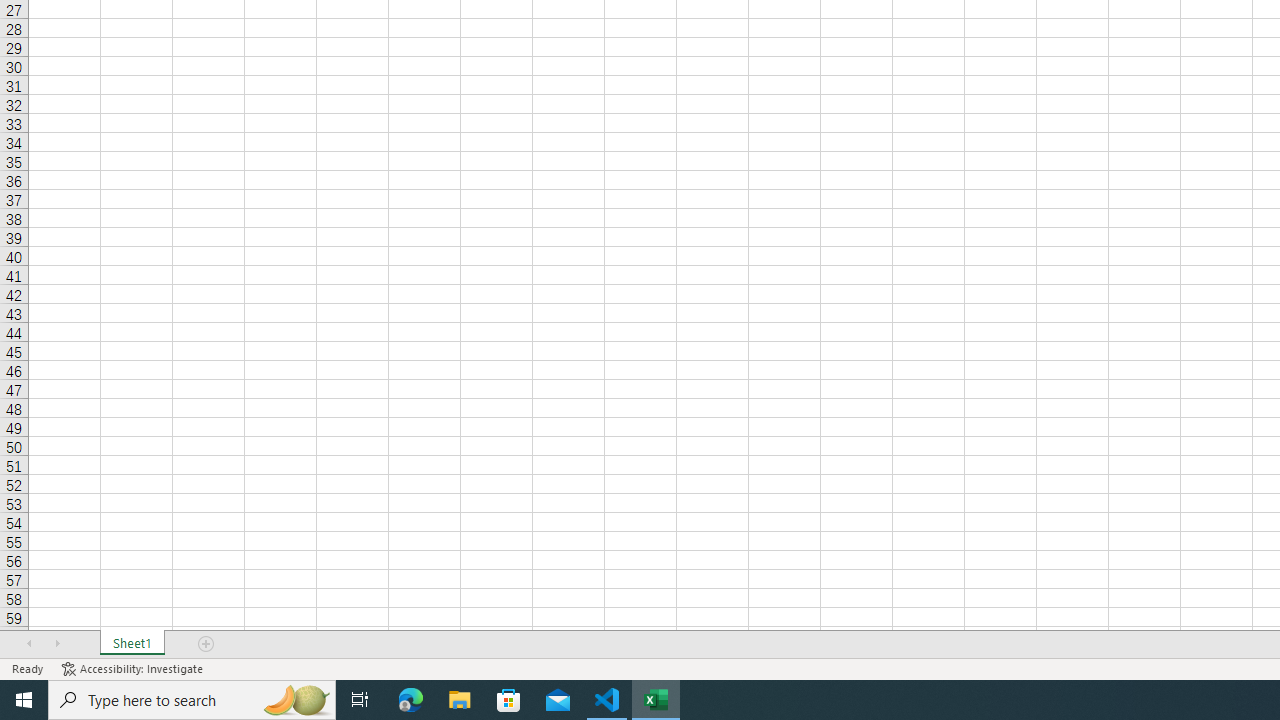 The height and width of the screenshot is (720, 1280). Describe the element at coordinates (133, 669) in the screenshot. I see `'Accessibility Checker Accessibility: Investigate'` at that location.